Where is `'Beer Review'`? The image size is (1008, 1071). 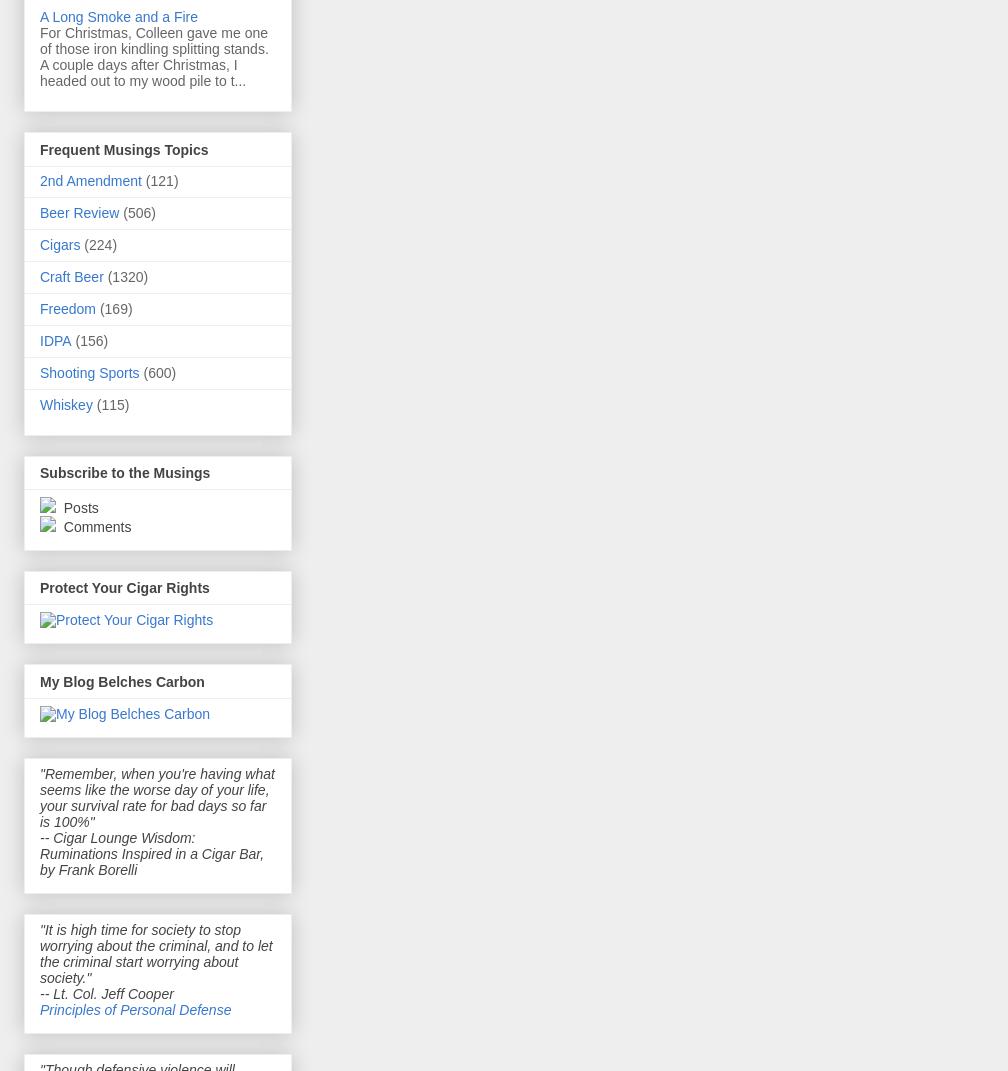
'Beer Review' is located at coordinates (79, 210).